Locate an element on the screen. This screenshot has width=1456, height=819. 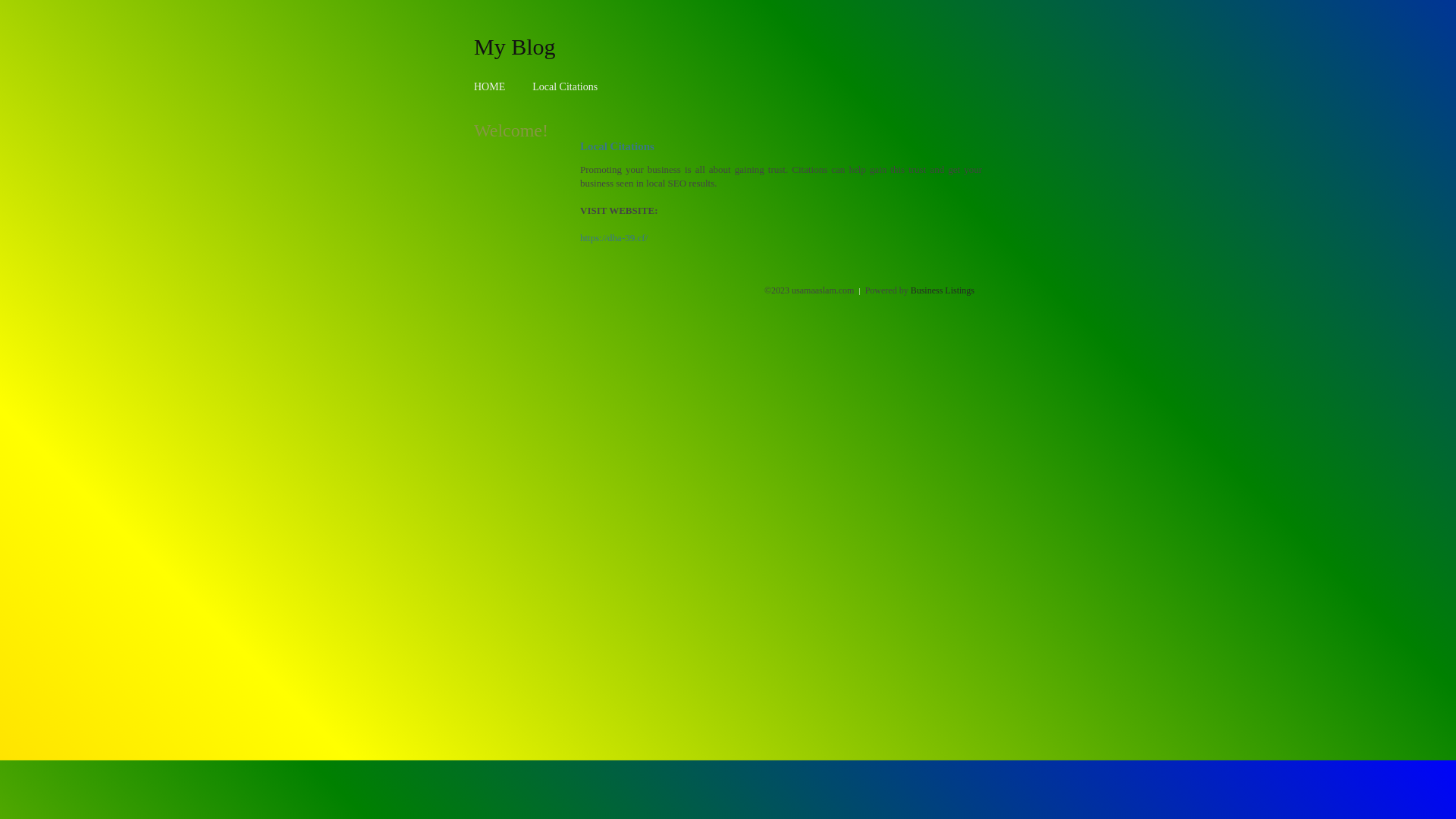
'My Blog' is located at coordinates (514, 45).